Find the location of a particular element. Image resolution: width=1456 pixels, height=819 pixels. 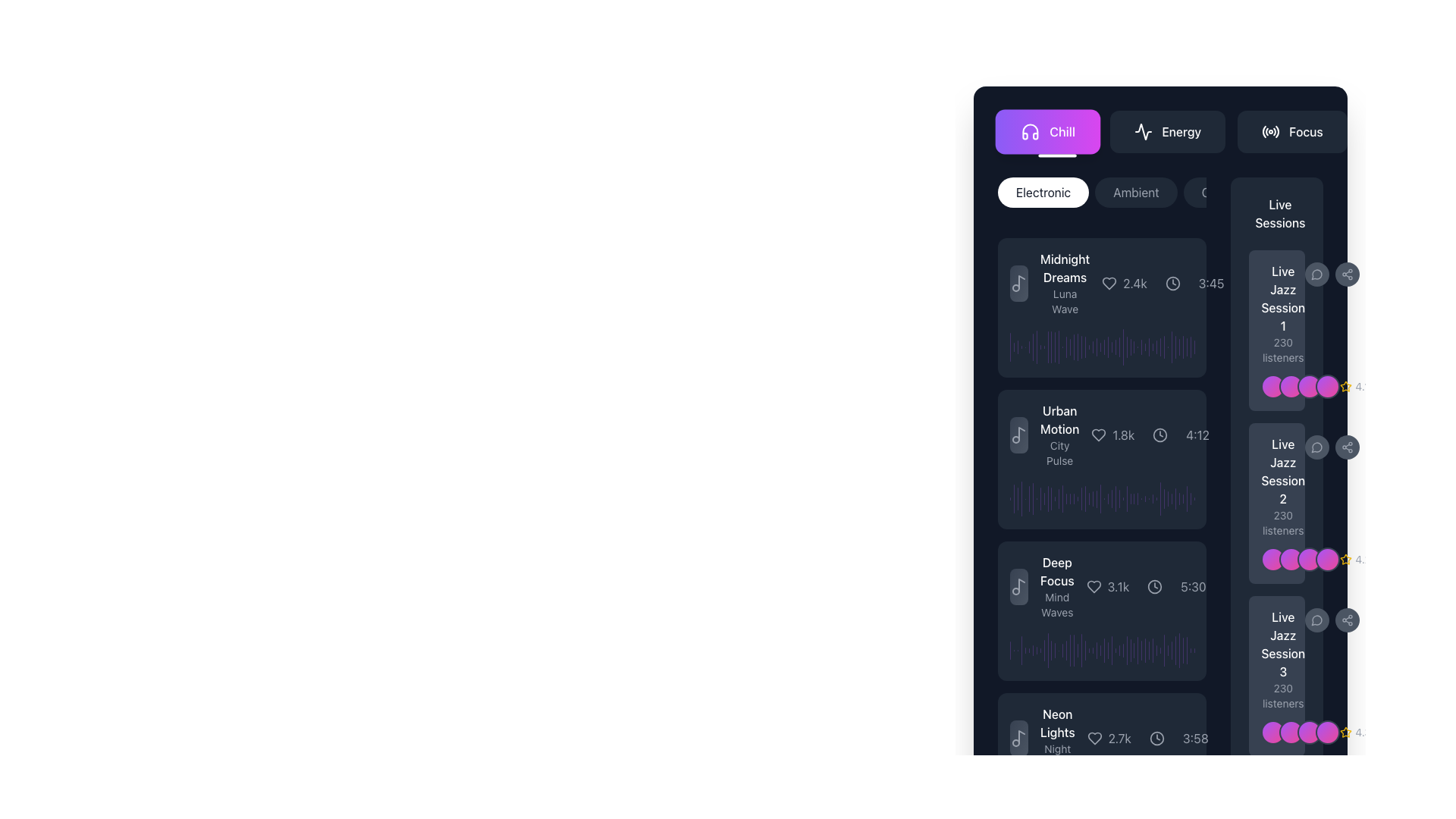

the Avatar group display consisting of four circular objects with gradient shading from purple to pink, located under the 'Live Jazz Session 2' section is located at coordinates (1300, 559).